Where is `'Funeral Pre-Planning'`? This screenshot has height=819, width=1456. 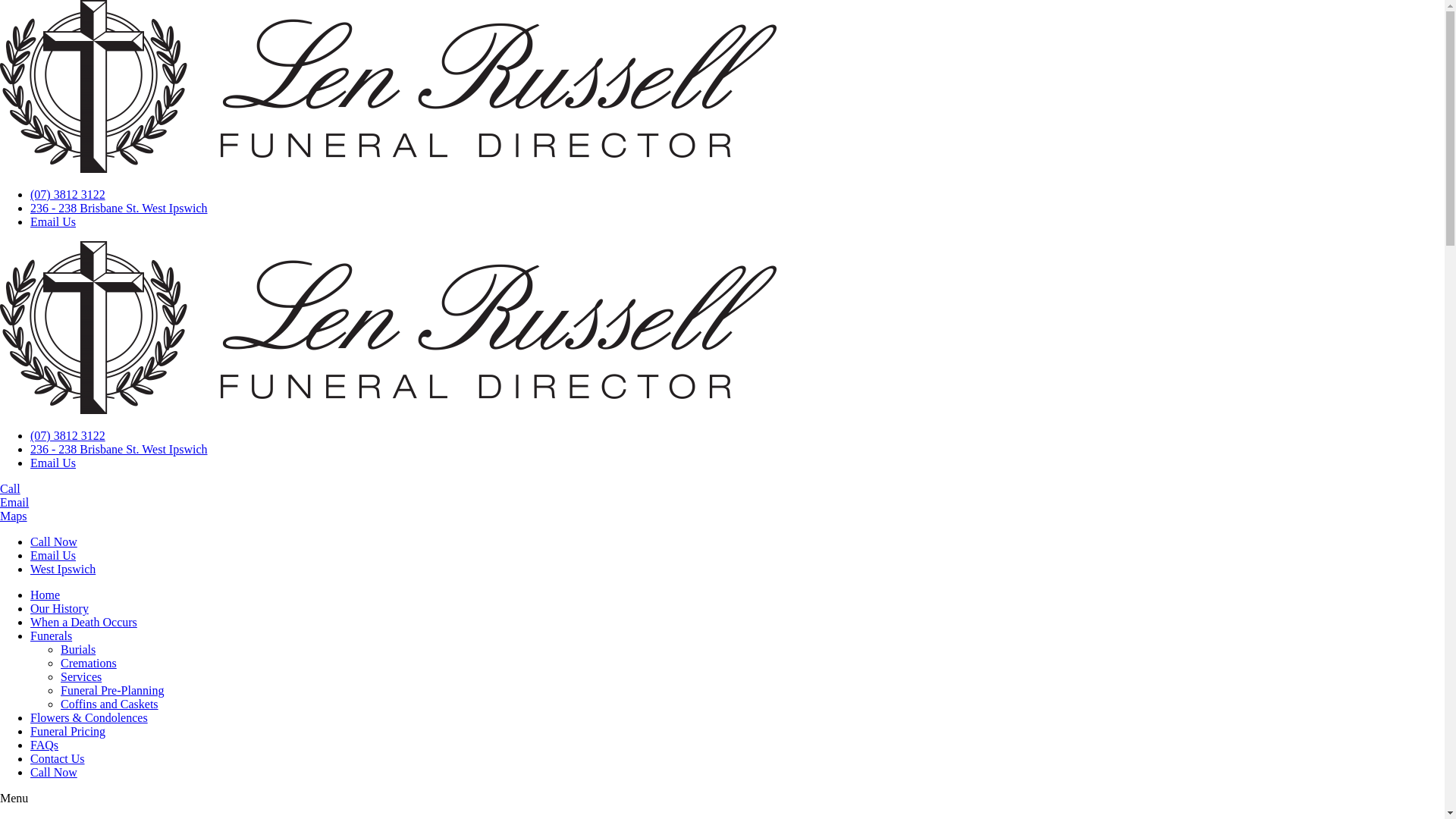 'Funeral Pre-Planning' is located at coordinates (111, 690).